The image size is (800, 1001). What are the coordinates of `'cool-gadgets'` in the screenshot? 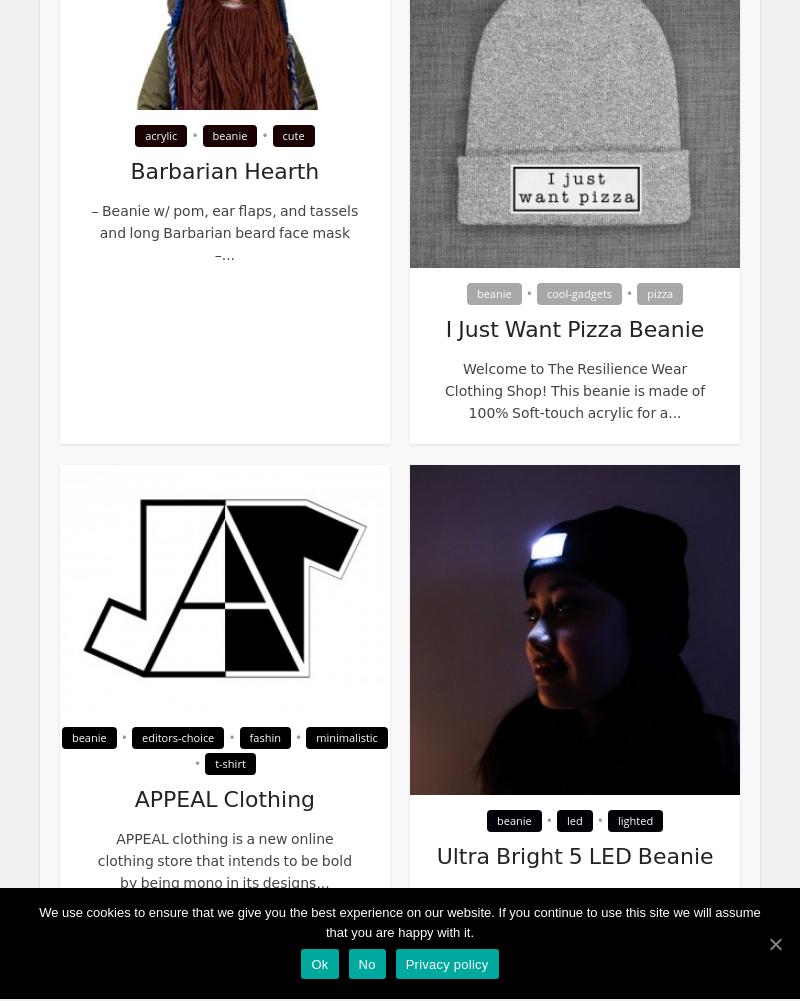 It's located at (578, 293).